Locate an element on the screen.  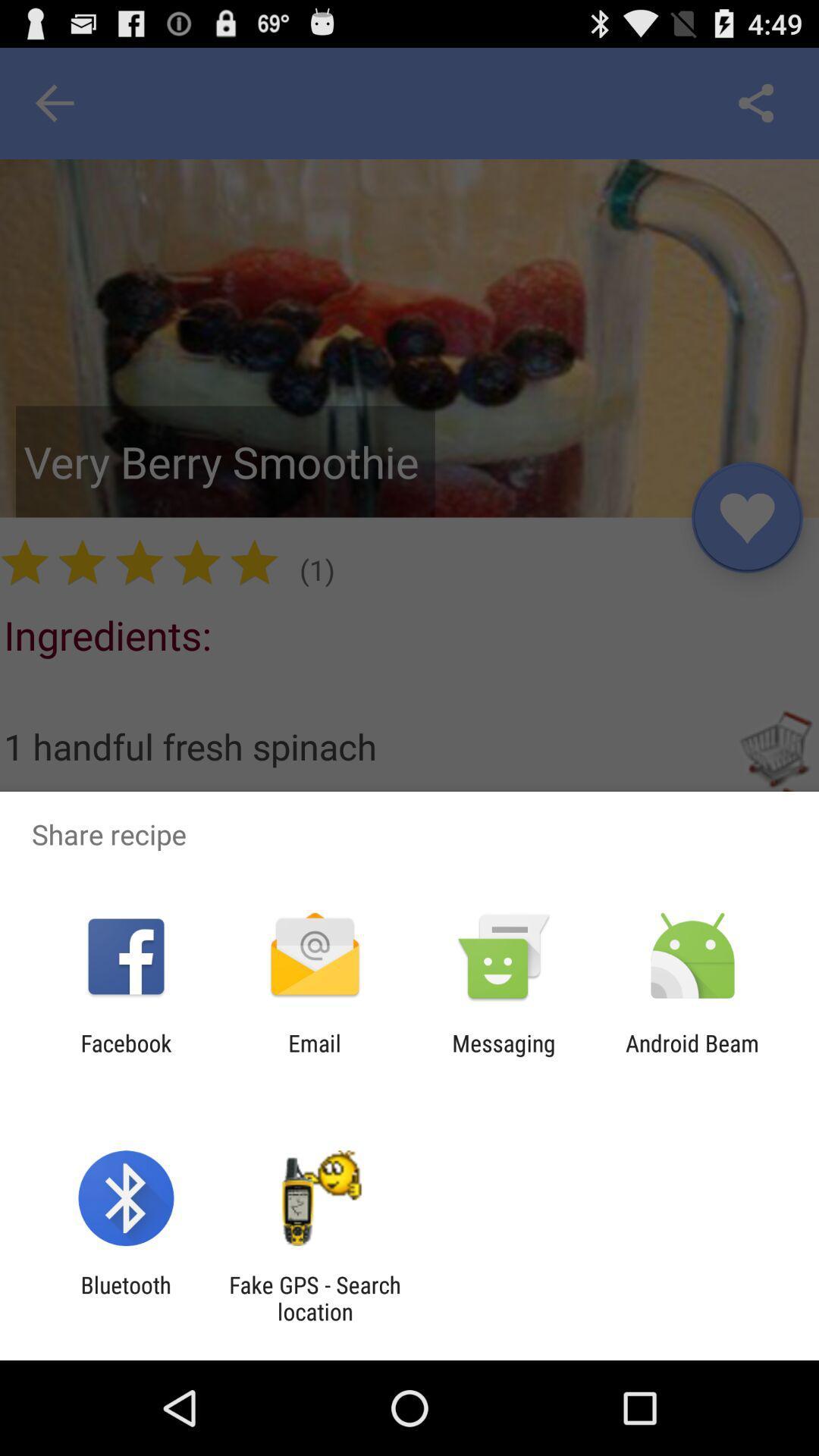
the app to the right of email is located at coordinates (504, 1056).